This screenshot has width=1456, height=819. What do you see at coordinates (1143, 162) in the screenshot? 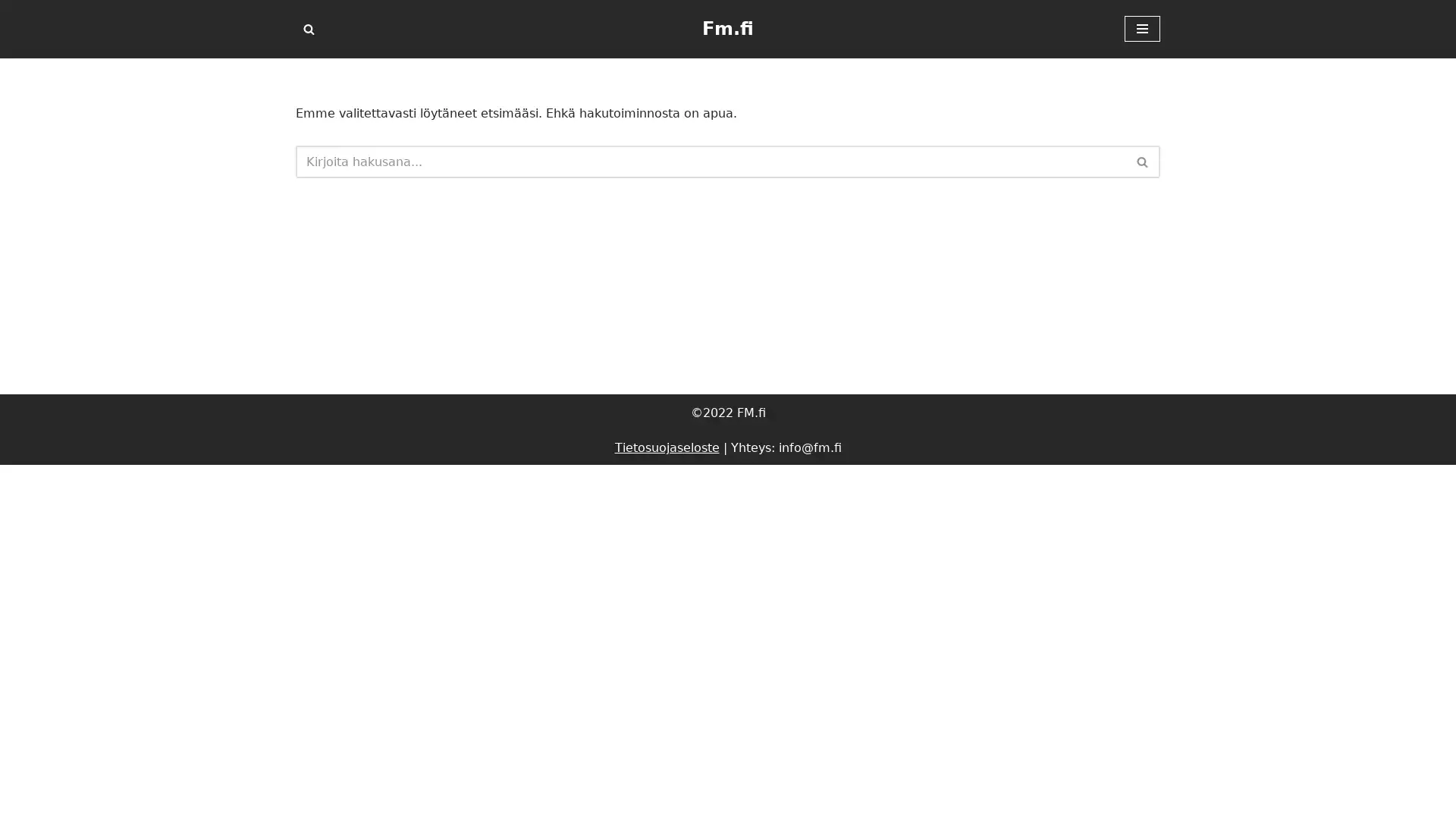
I see `Etsi` at bounding box center [1143, 162].